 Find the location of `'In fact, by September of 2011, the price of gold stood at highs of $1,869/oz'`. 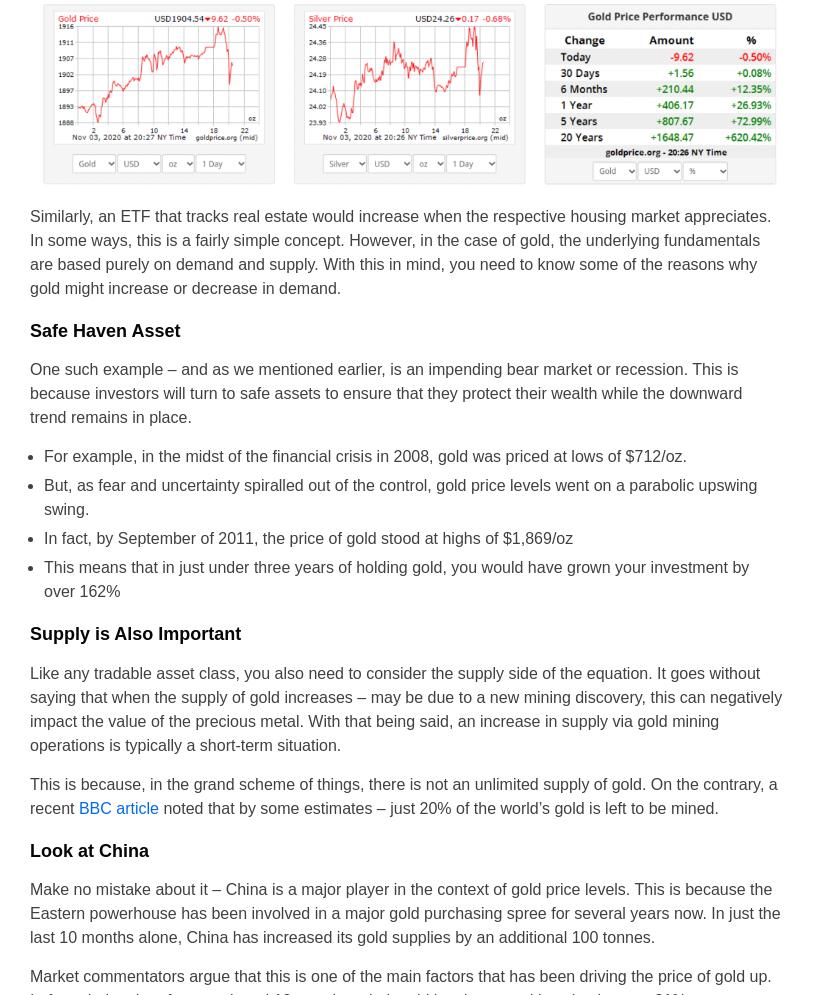

'In fact, by September of 2011, the price of gold stood at highs of $1,869/oz' is located at coordinates (42, 538).